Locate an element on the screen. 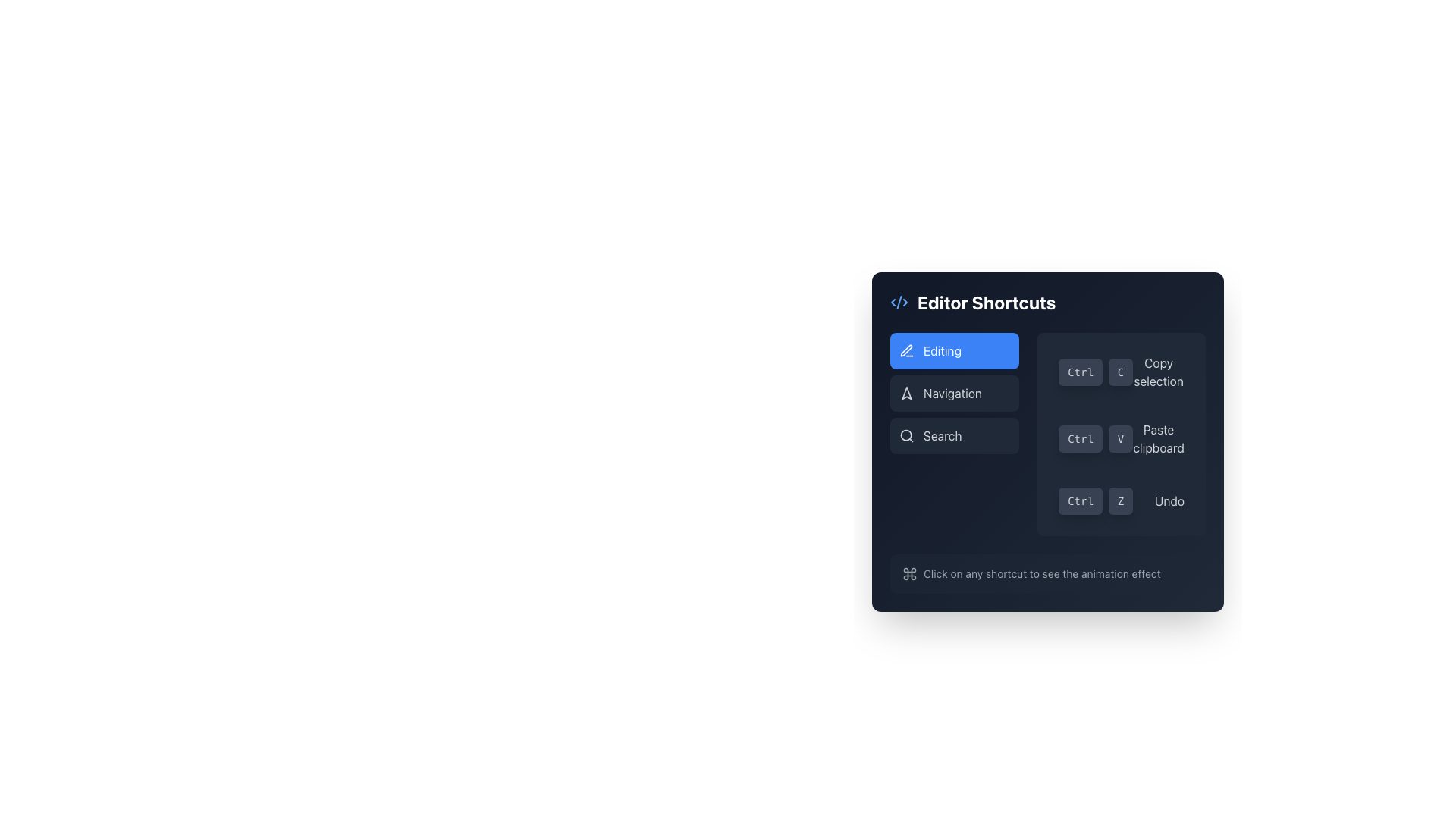 Image resolution: width=1456 pixels, height=819 pixels. the navigation pointer icon located next to the 'Navigation' label within the 'Editor Shortcuts' list is located at coordinates (906, 393).